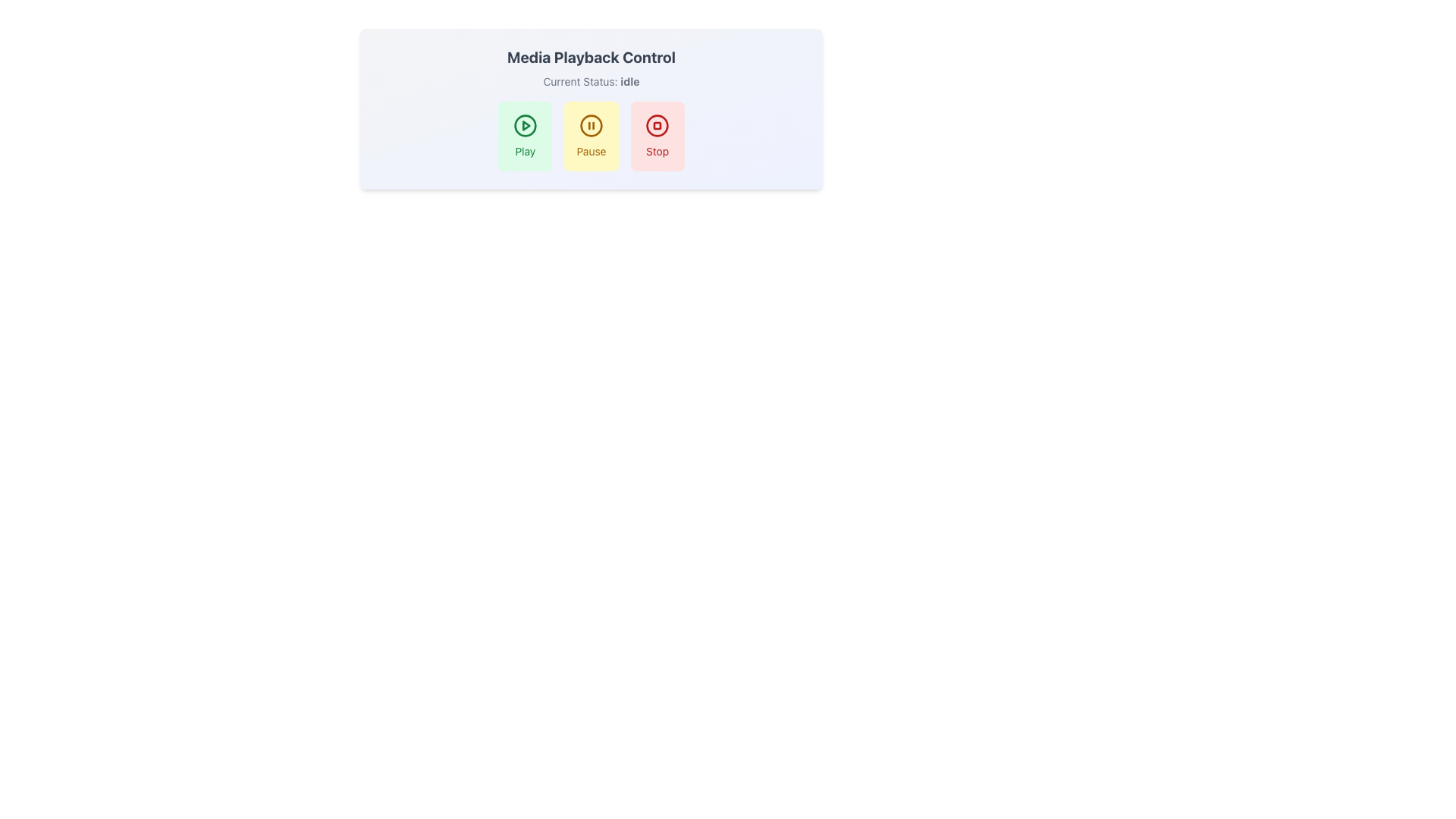  I want to click on the green rectangular 'Play' button with a circular play icon to initiate playback, so click(525, 136).